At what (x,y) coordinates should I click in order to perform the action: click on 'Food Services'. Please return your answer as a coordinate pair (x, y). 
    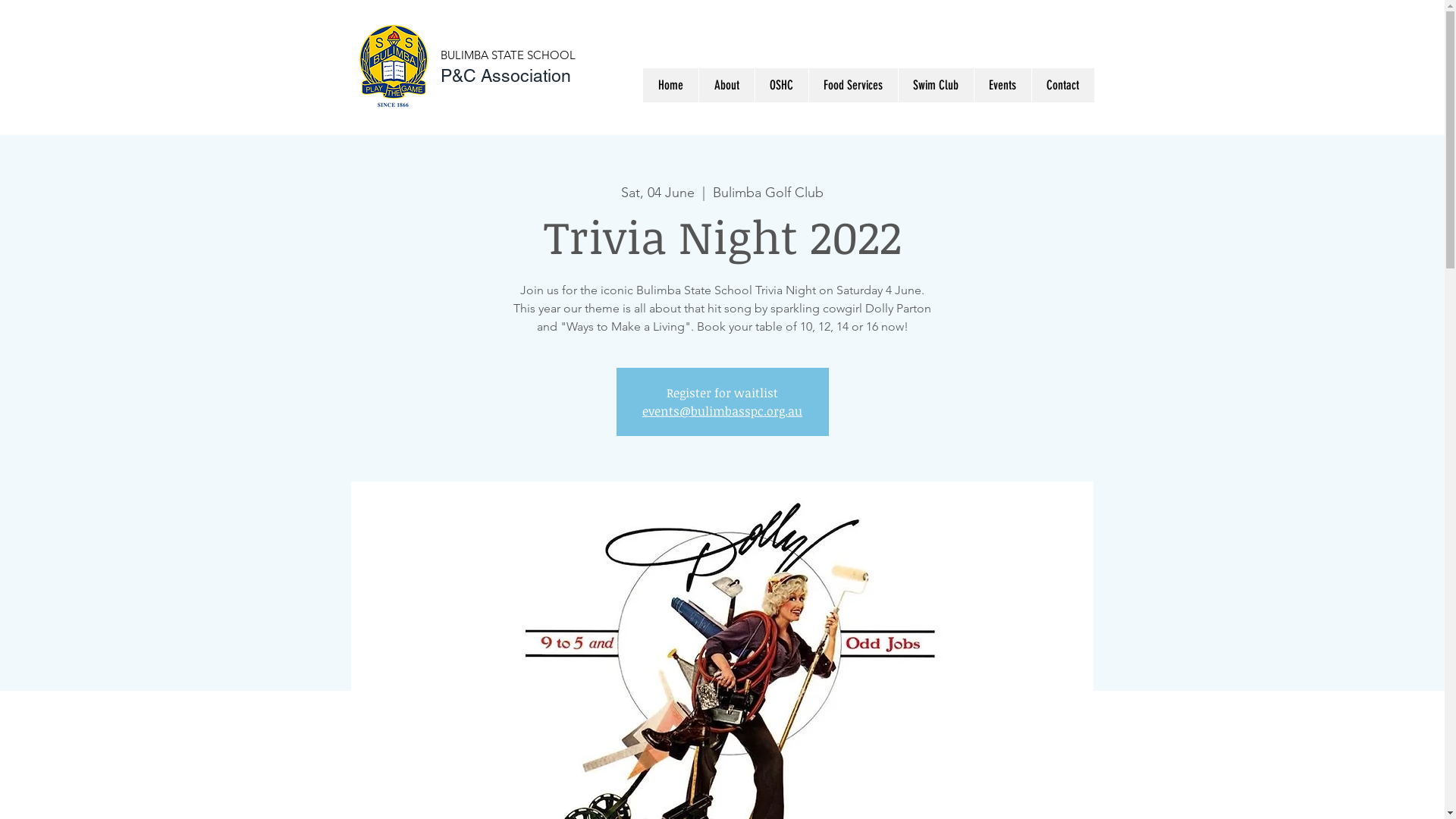
    Looking at the image, I should click on (852, 85).